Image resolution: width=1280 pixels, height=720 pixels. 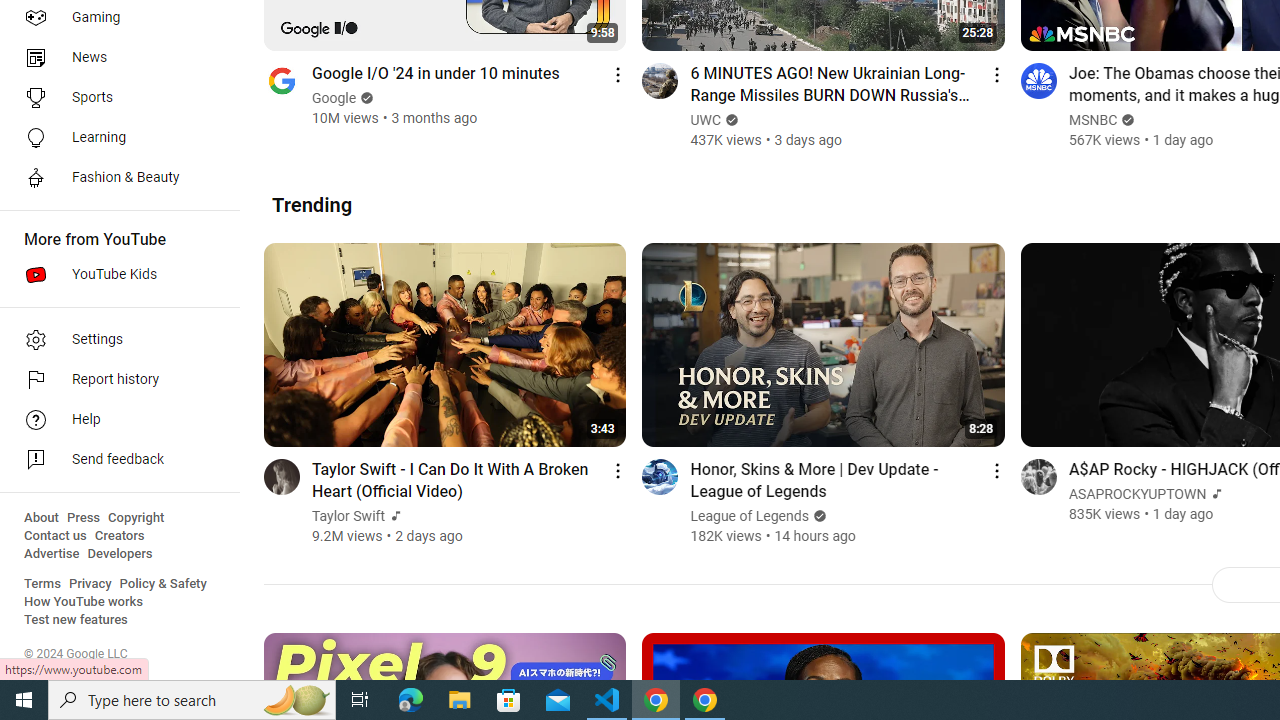 I want to click on 'League of Legends', so click(x=749, y=515).